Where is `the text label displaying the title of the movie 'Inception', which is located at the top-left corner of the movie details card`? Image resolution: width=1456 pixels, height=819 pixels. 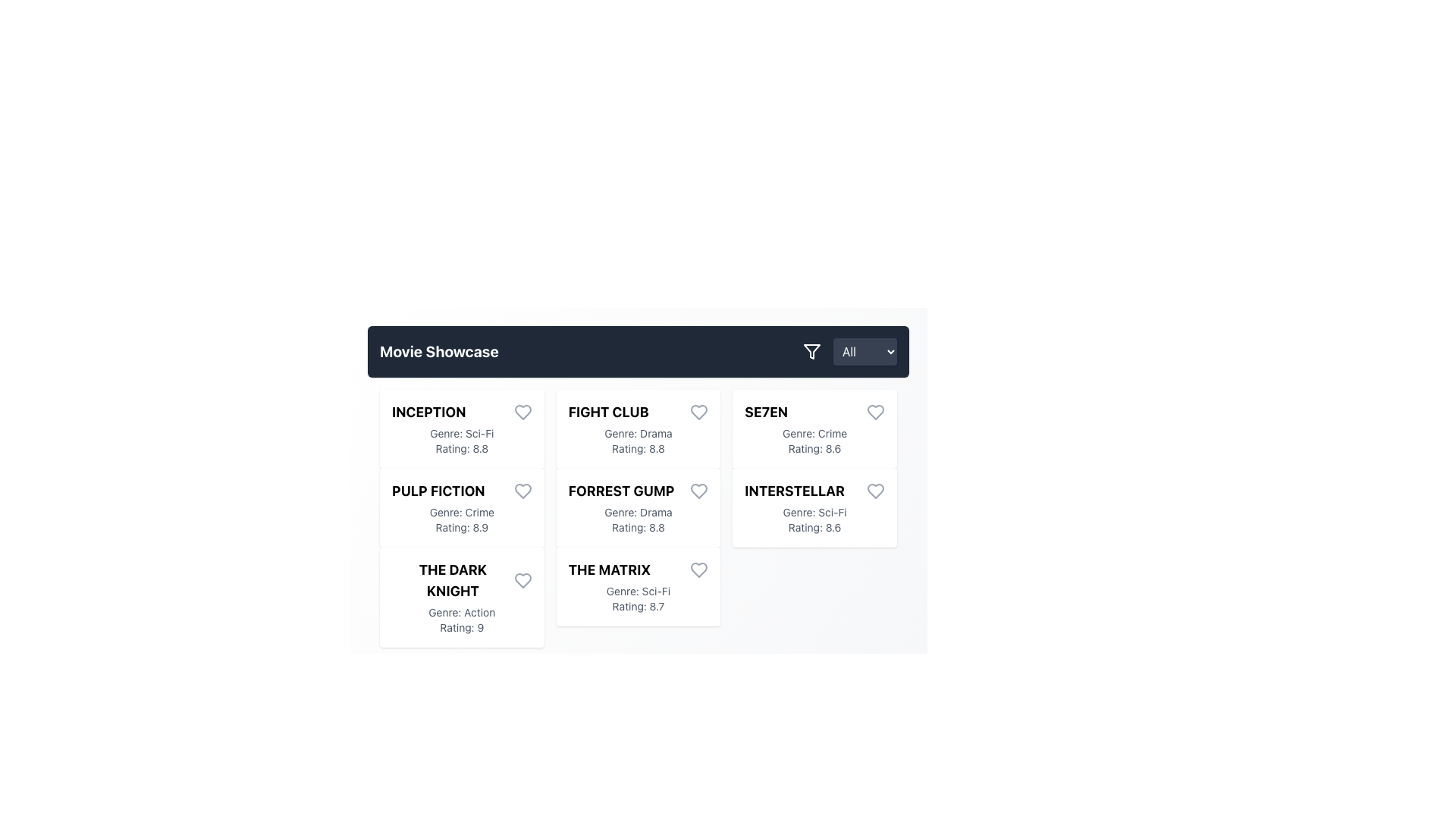 the text label displaying the title of the movie 'Inception', which is located at the top-left corner of the movie details card is located at coordinates (461, 412).